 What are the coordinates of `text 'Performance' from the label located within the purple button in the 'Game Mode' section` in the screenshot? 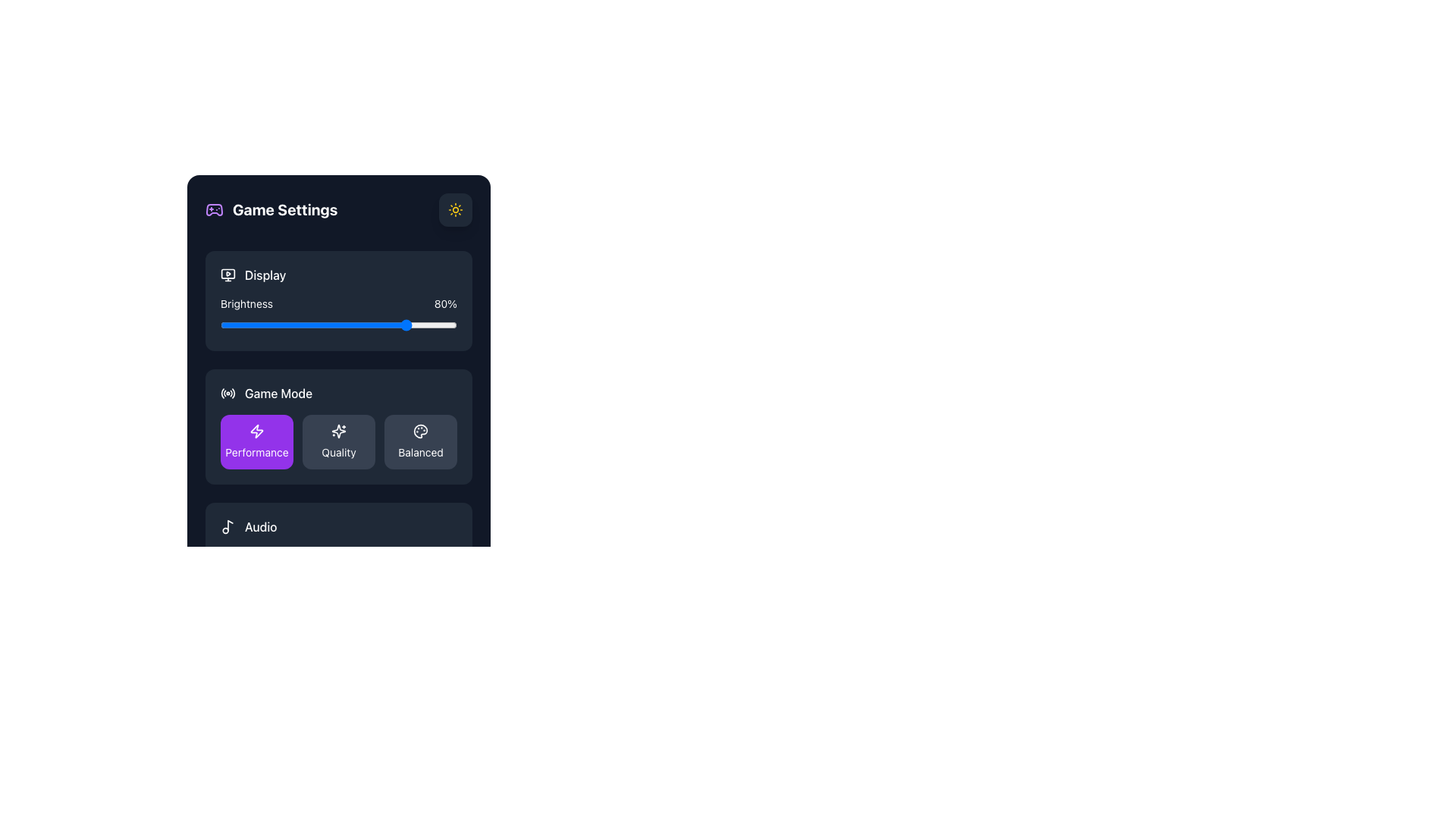 It's located at (257, 452).